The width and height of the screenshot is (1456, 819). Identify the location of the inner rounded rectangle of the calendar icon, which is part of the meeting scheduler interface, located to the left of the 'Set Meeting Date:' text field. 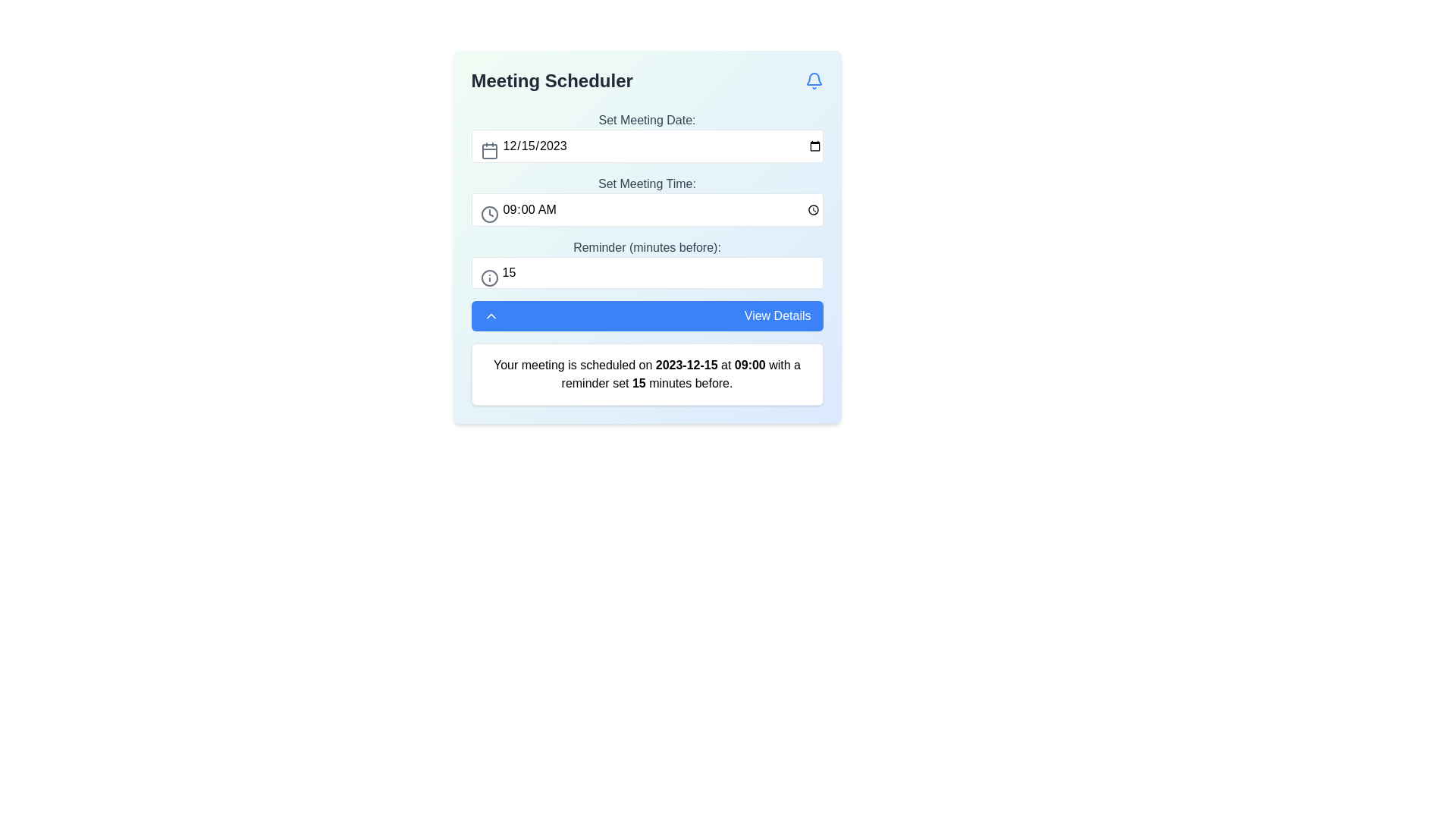
(489, 152).